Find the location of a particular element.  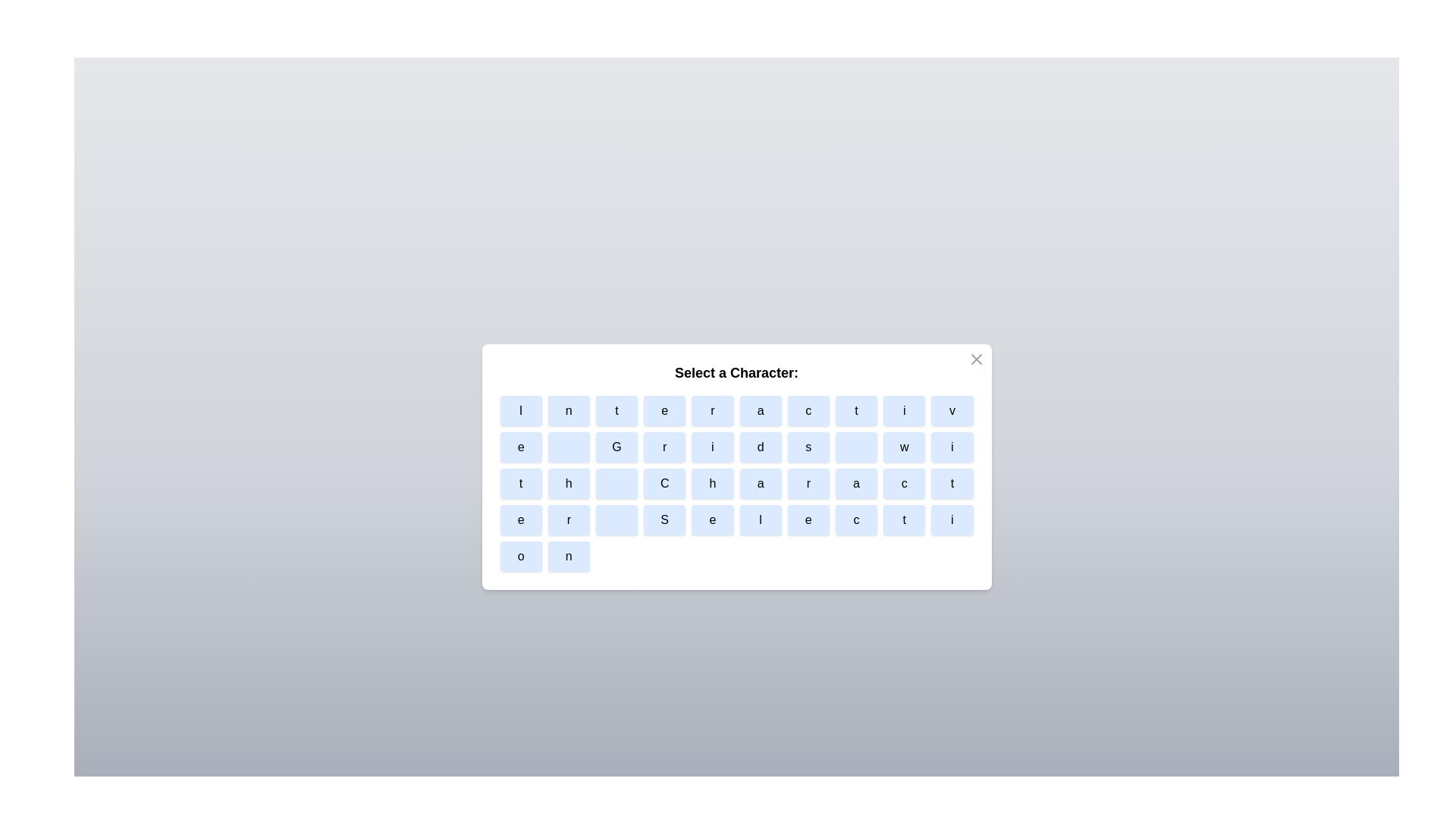

the character button labeled I is located at coordinates (521, 411).